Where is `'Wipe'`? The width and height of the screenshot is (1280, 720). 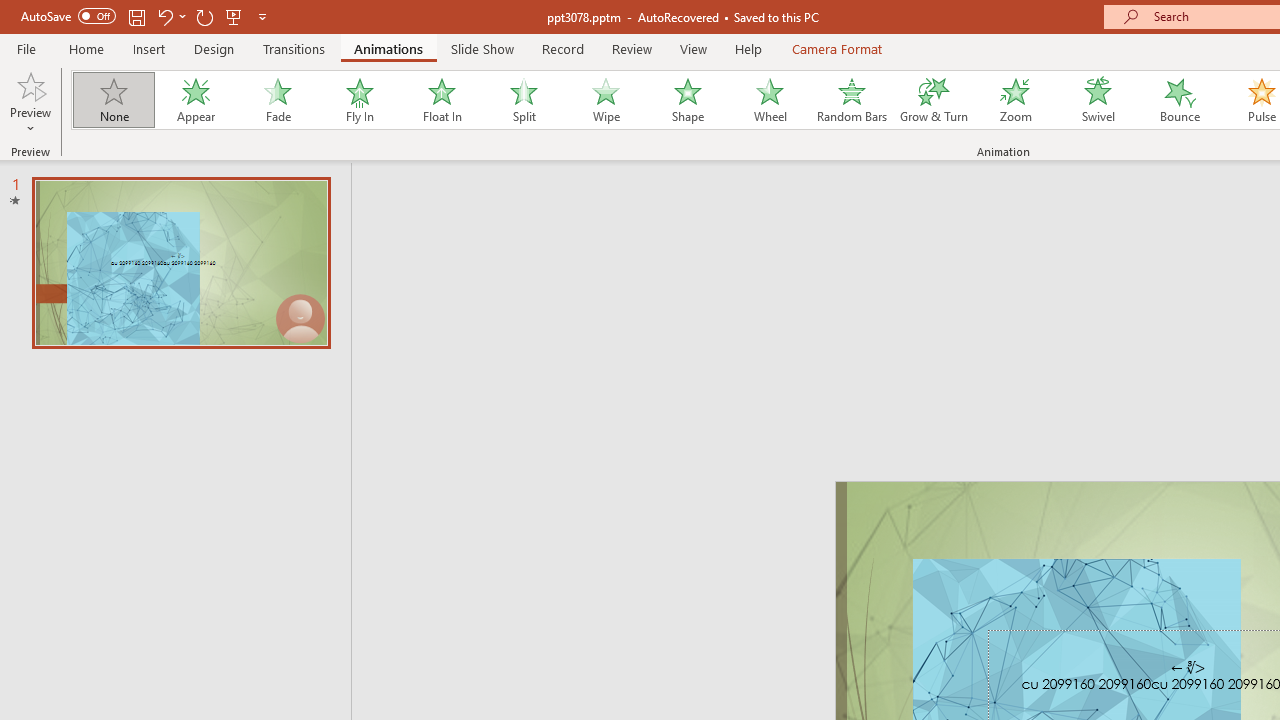
'Wipe' is located at coordinates (604, 100).